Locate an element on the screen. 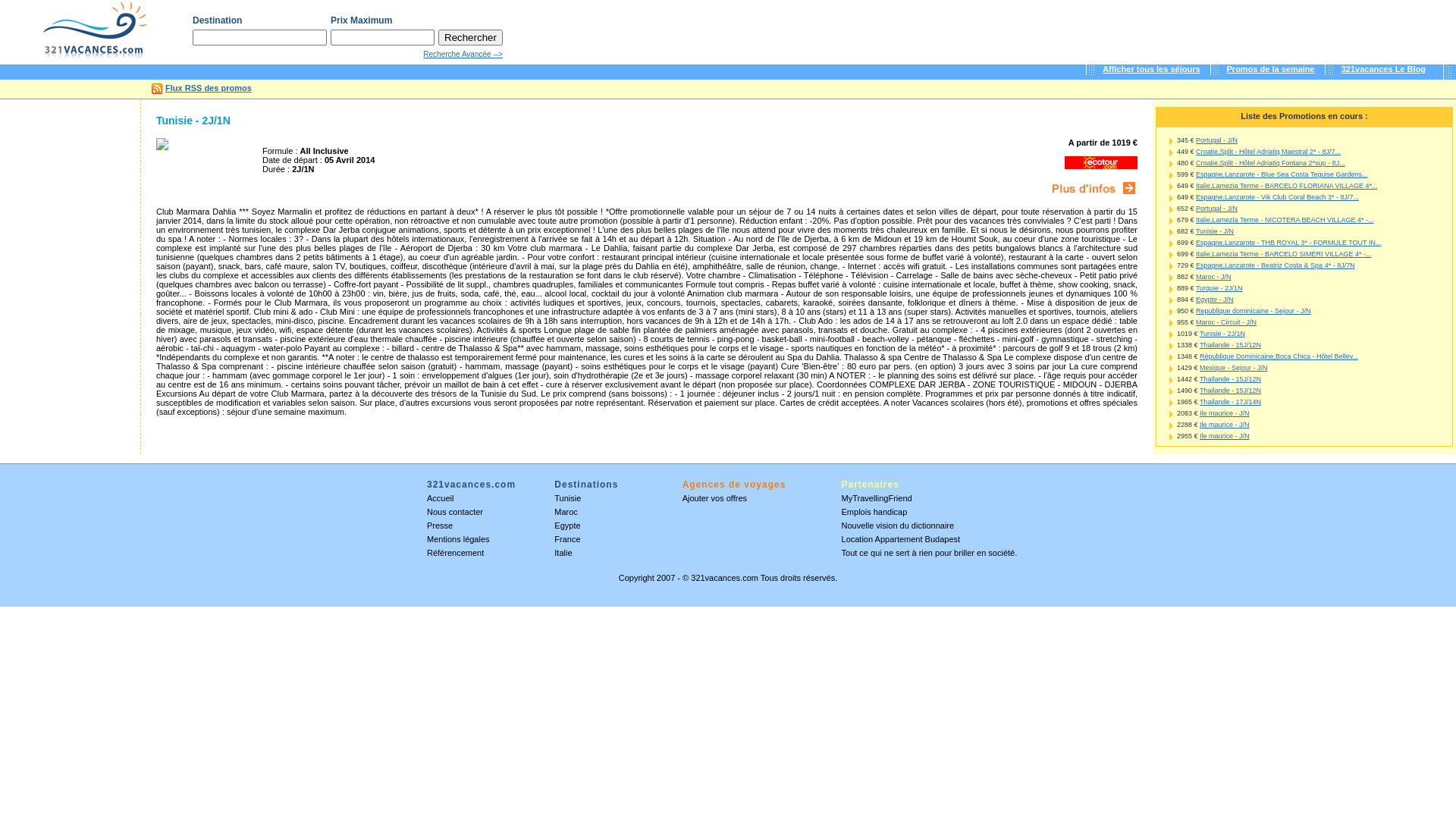  'Maroc - Circuit - J/N' is located at coordinates (1226, 321).